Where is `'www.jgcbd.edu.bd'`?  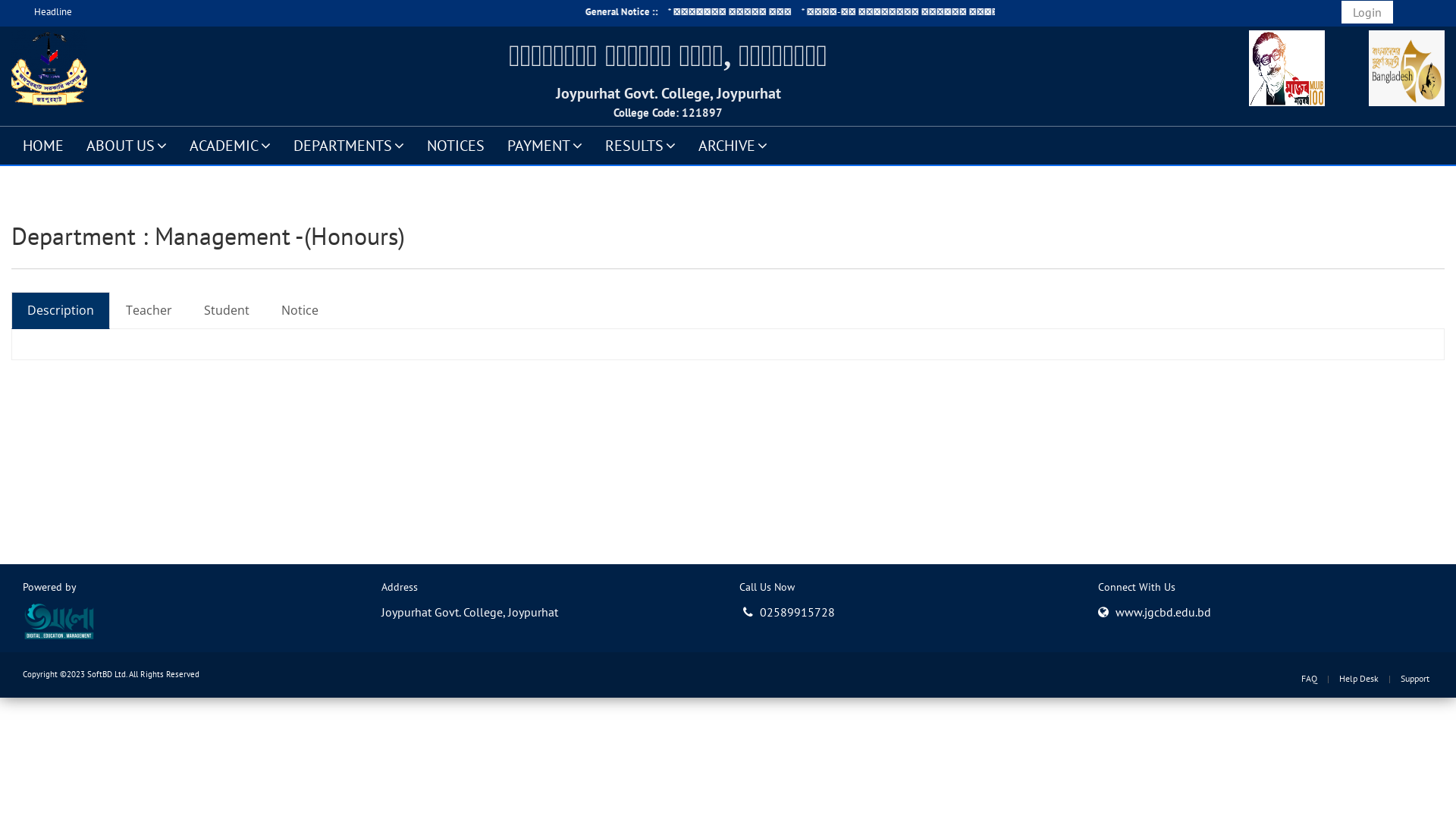 'www.jgcbd.edu.bd' is located at coordinates (1161, 610).